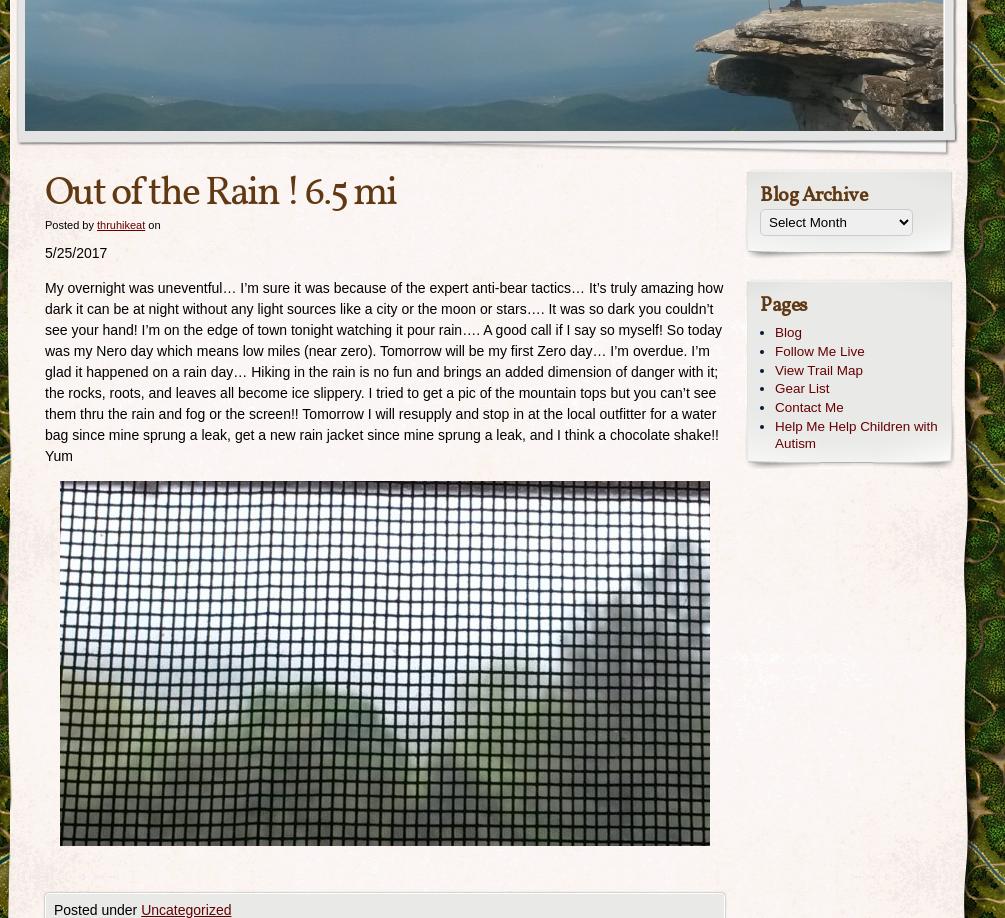 This screenshot has height=918, width=1005. Describe the element at coordinates (219, 193) in the screenshot. I see `'Out of the Rain ! 6.5 mi'` at that location.